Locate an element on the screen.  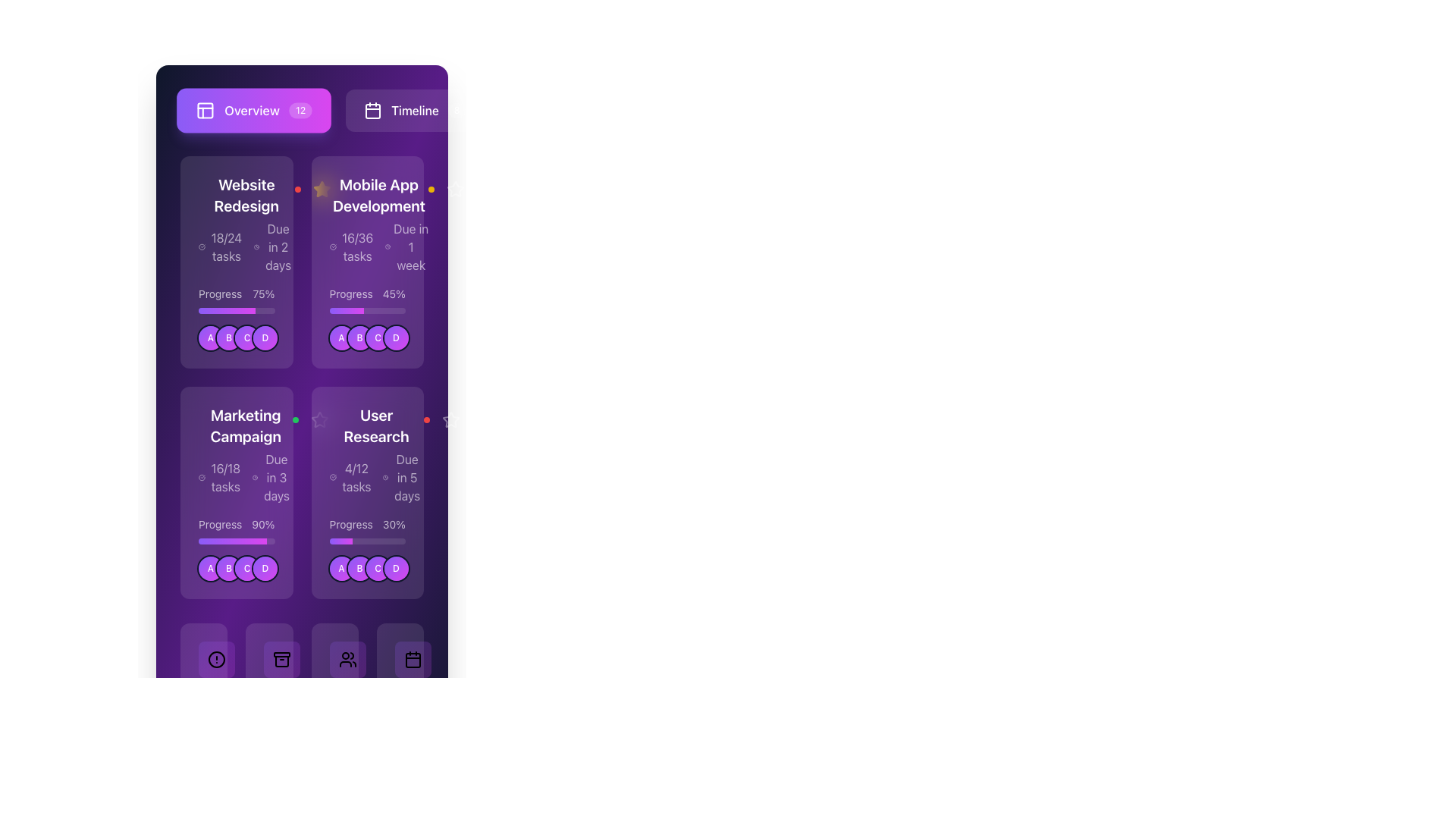
the decorative bar or functional icon element located at the lower portion of the interface, second from the left among similar items is located at coordinates (282, 654).